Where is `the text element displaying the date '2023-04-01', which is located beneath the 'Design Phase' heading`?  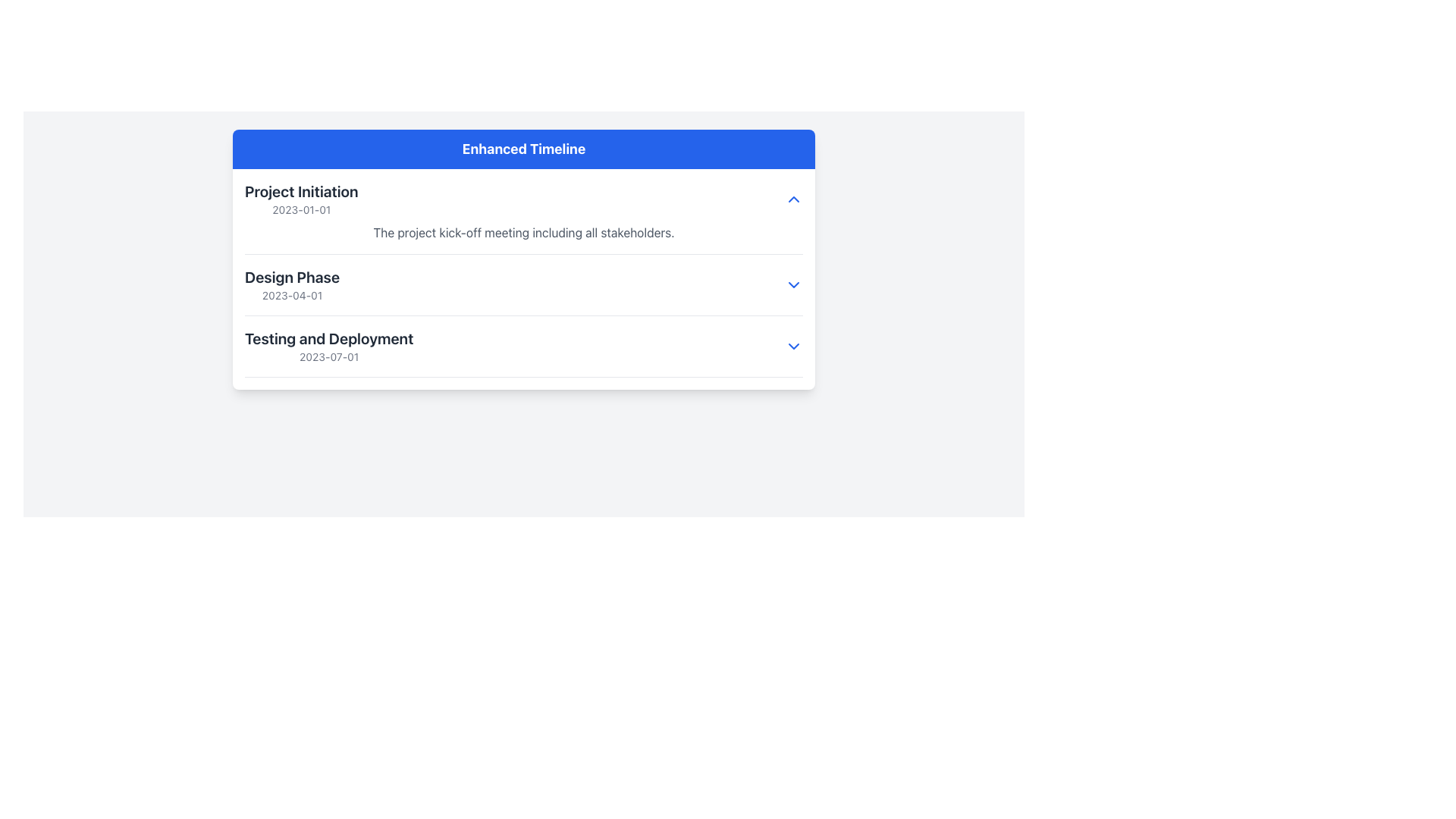 the text element displaying the date '2023-04-01', which is located beneath the 'Design Phase' heading is located at coordinates (292, 295).